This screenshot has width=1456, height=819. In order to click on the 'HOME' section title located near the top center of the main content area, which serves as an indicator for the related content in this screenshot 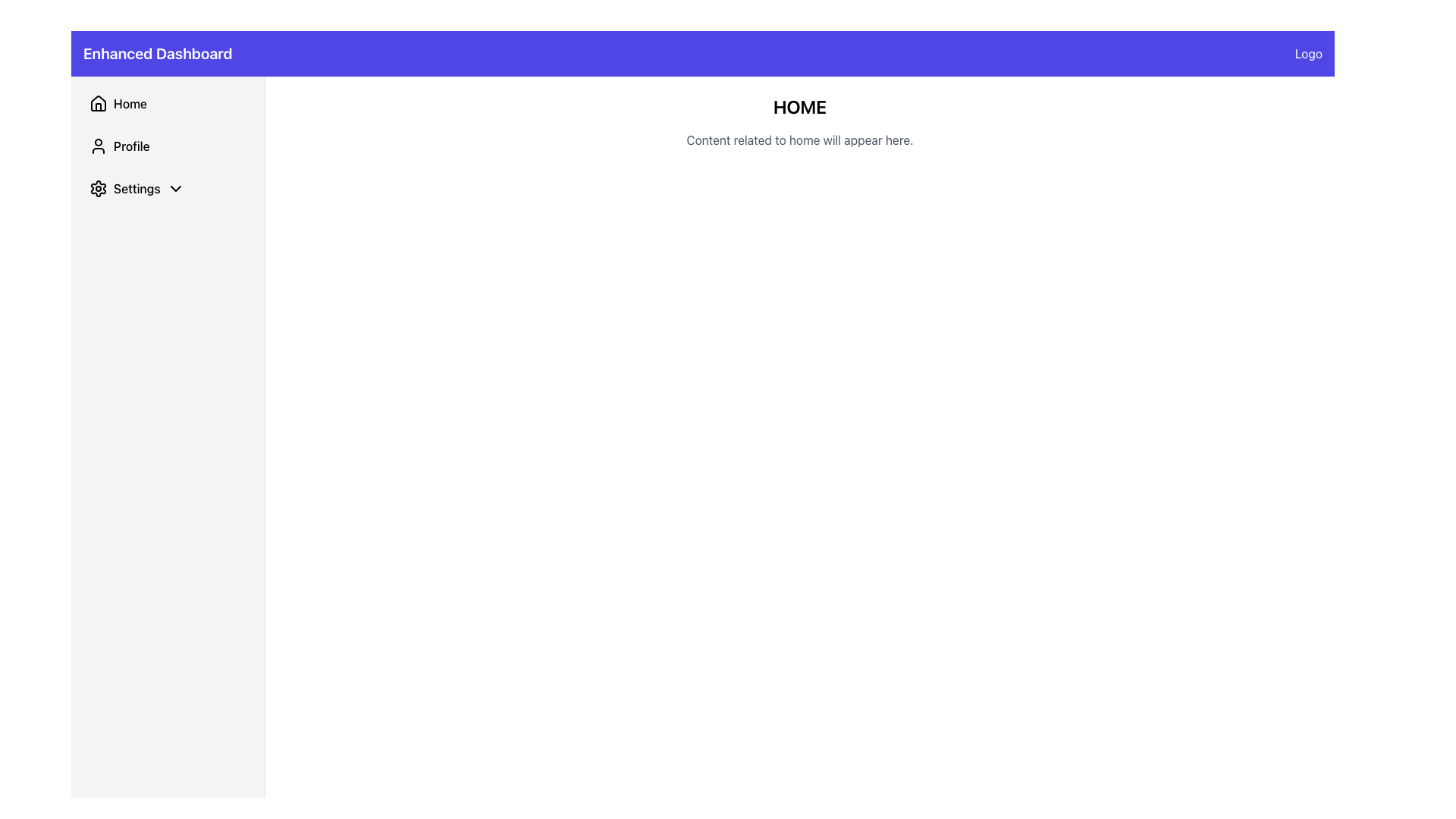, I will do `click(799, 106)`.